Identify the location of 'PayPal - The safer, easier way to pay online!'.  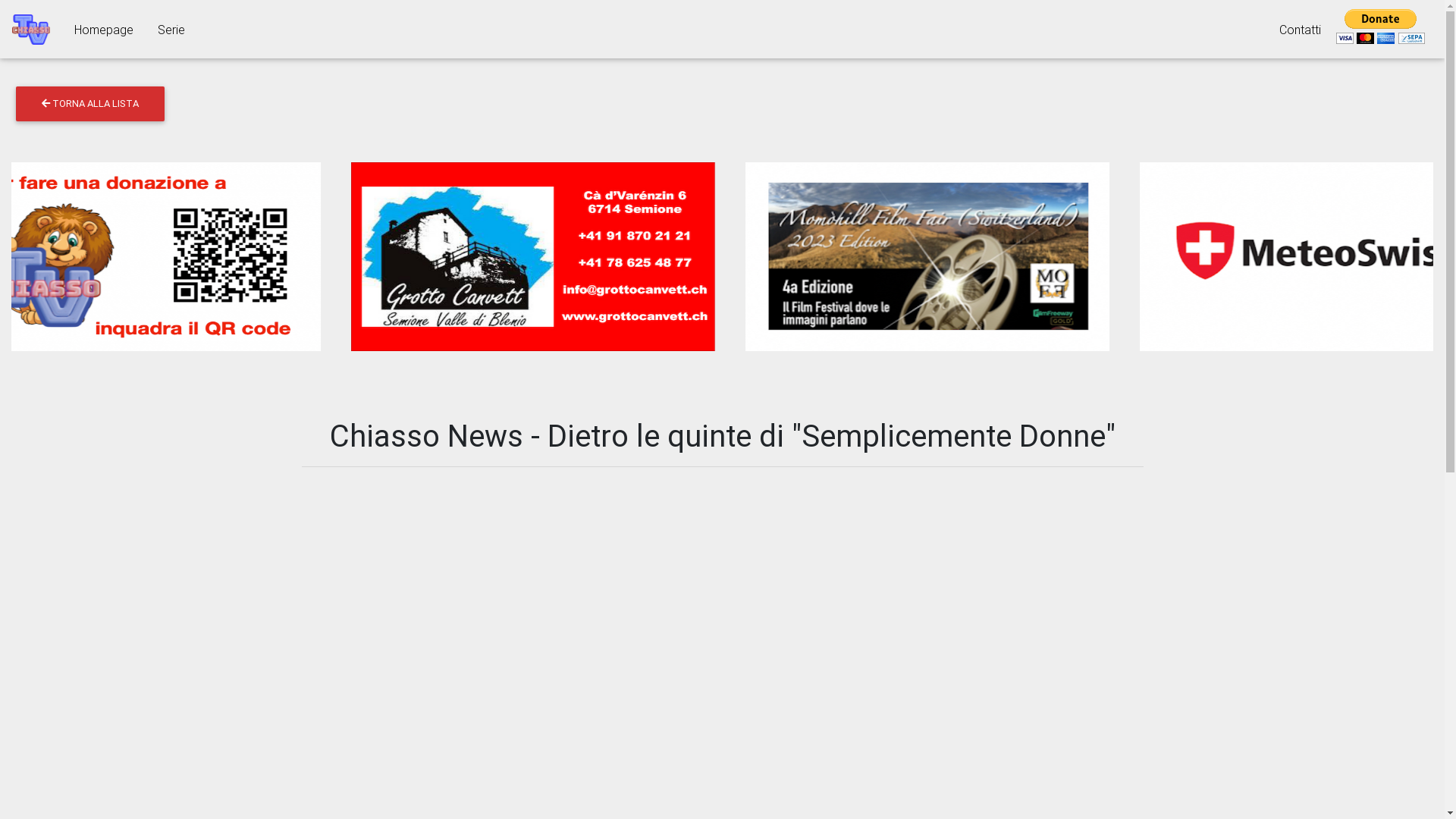
(1332, 27).